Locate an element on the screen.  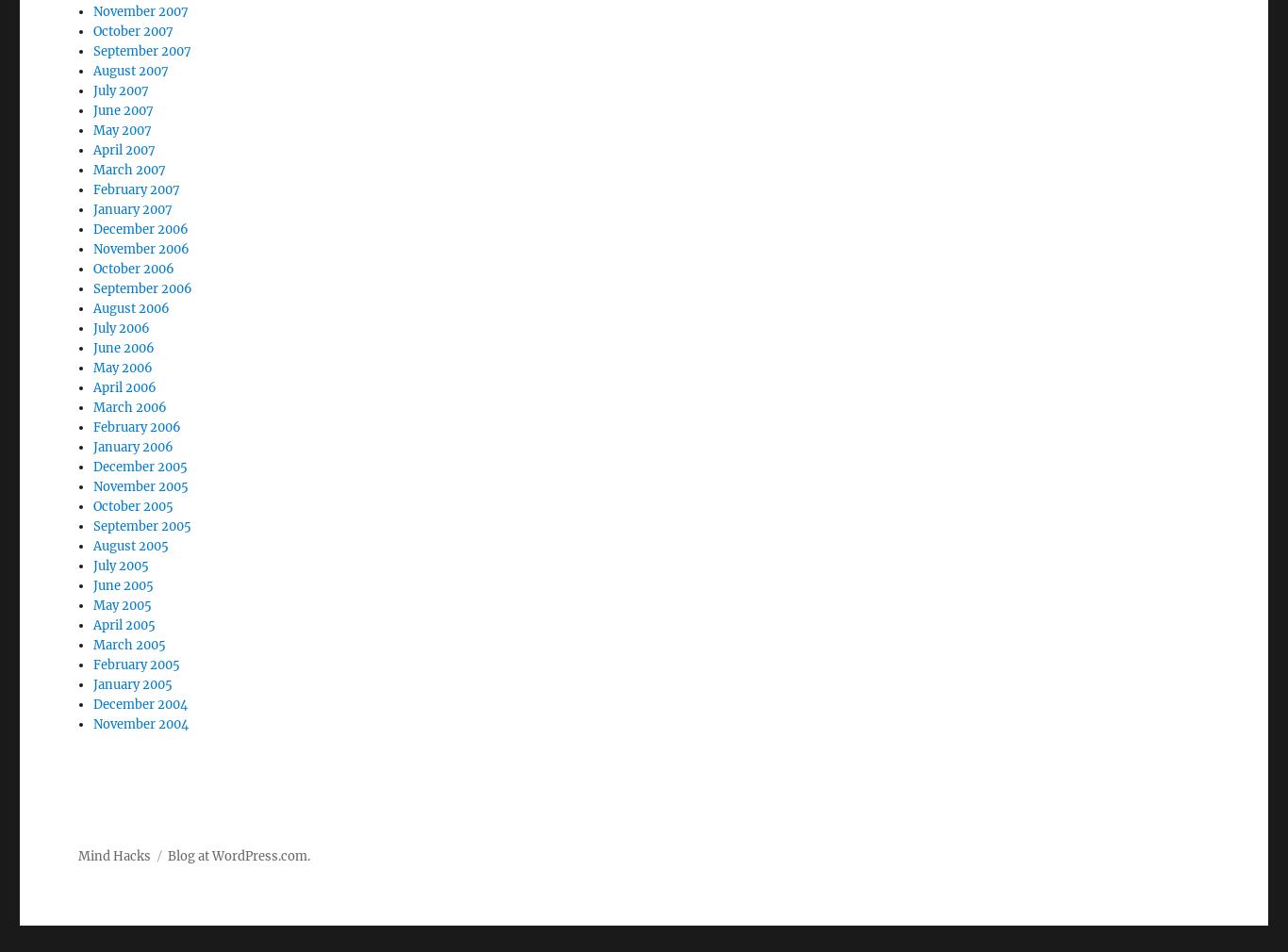
'December 2006' is located at coordinates (140, 176).